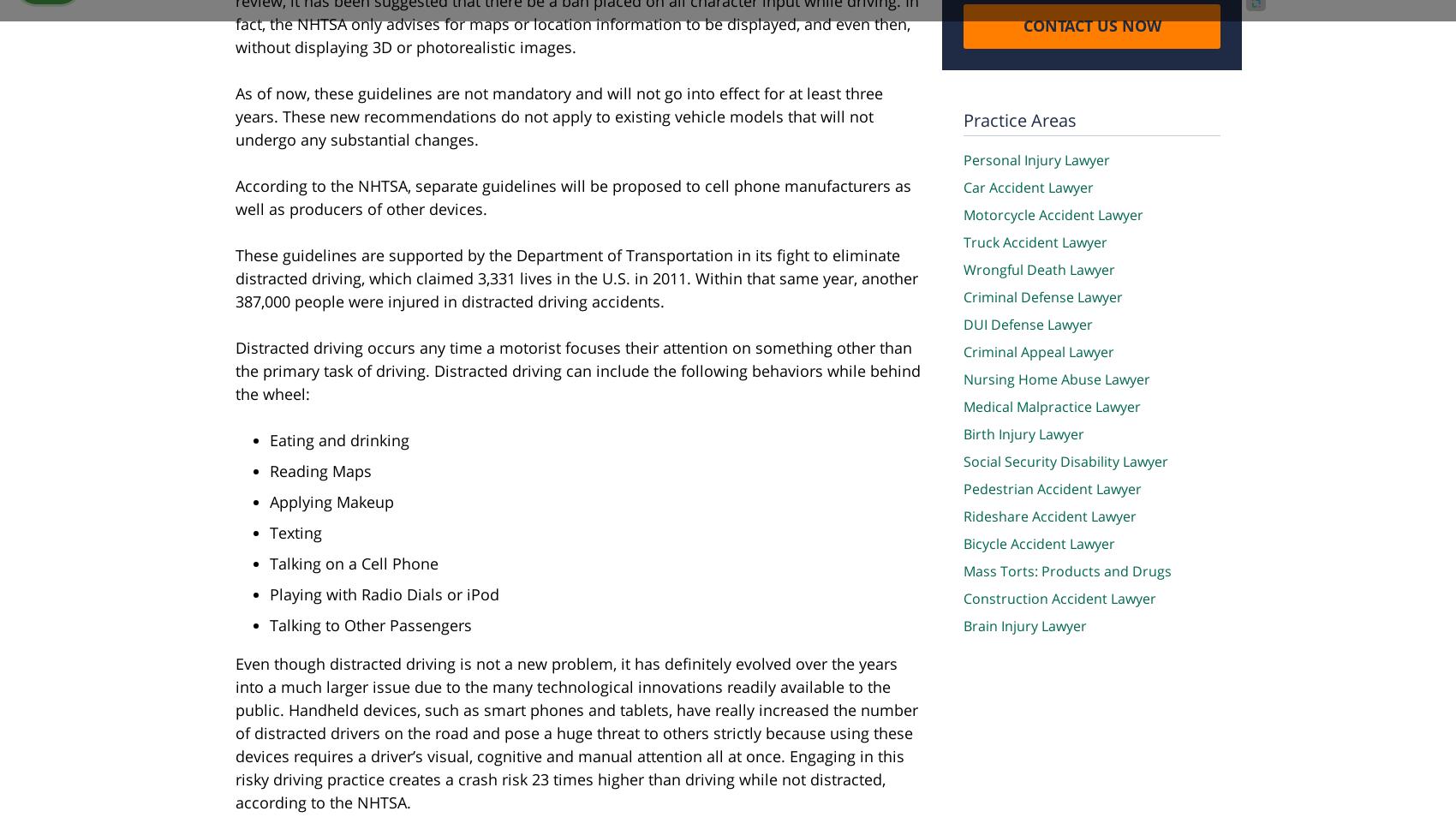 This screenshot has height=835, width=1456. I want to click on 'Truck Accident Lawyer', so click(1035, 241).